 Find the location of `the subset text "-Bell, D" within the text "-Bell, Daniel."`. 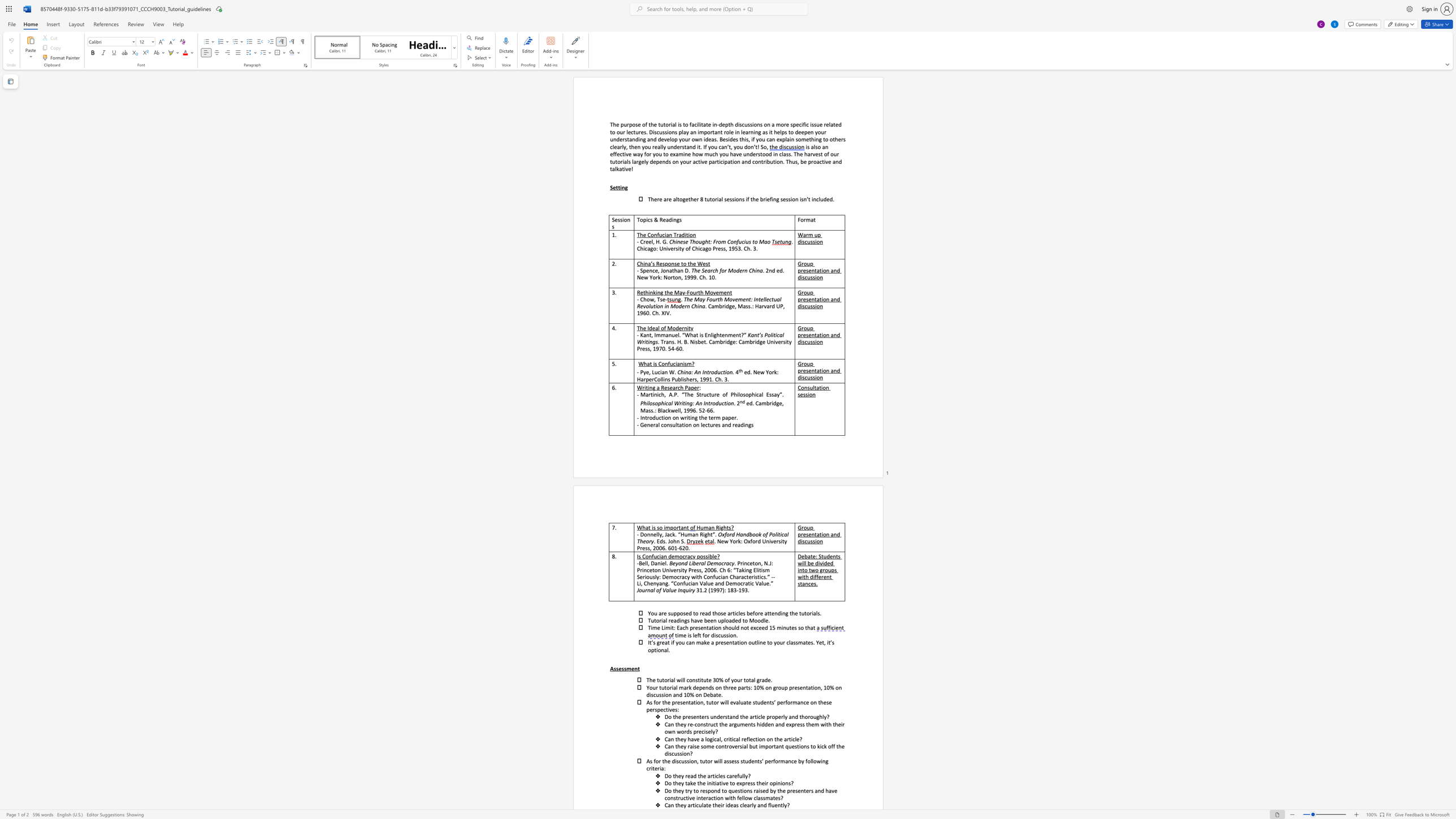

the subset text "-Bell, D" within the text "-Bell, Daniel." is located at coordinates (637, 563).